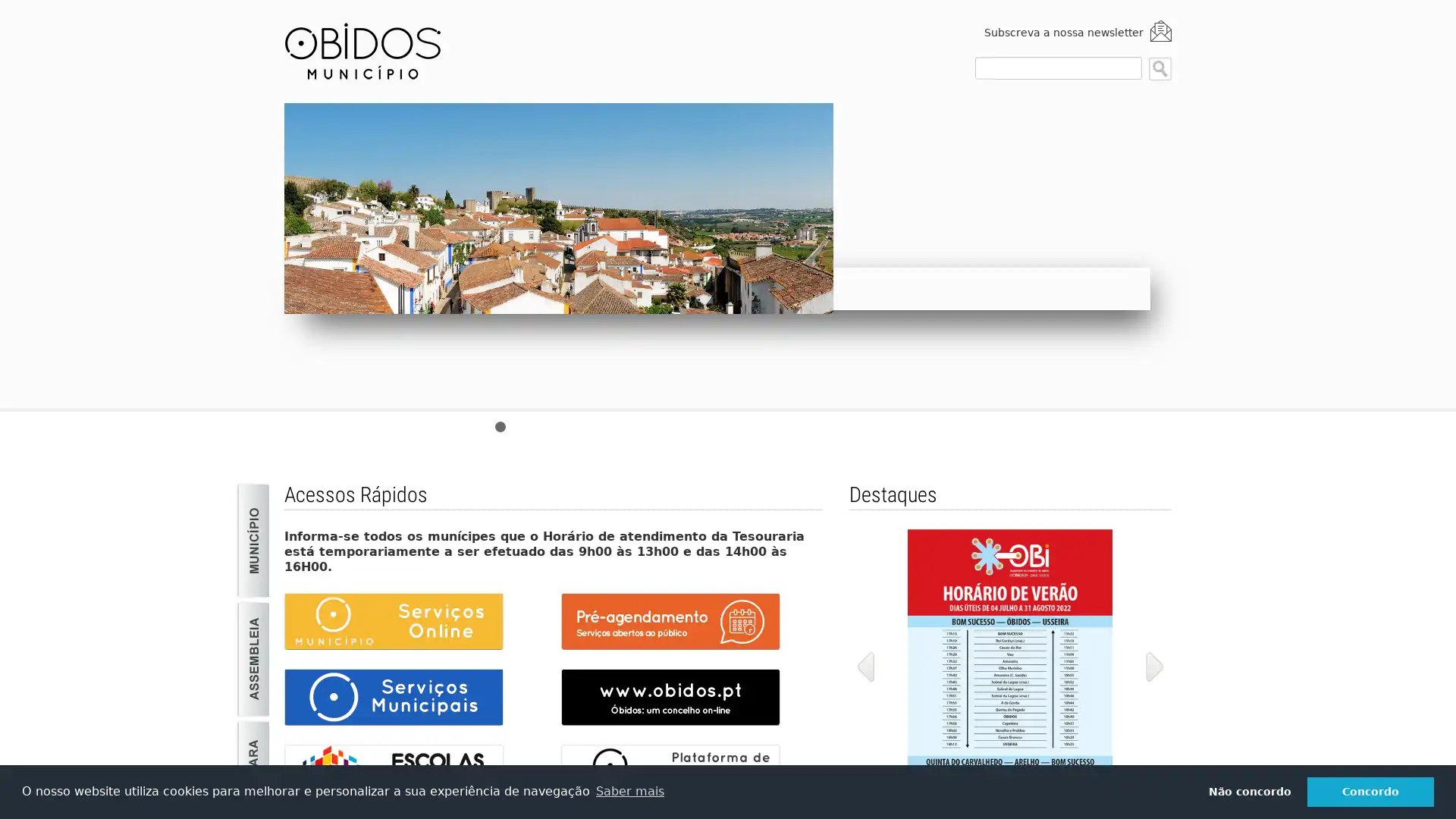 The height and width of the screenshot is (819, 1456). What do you see at coordinates (1249, 791) in the screenshot?
I see `deny cookies` at bounding box center [1249, 791].